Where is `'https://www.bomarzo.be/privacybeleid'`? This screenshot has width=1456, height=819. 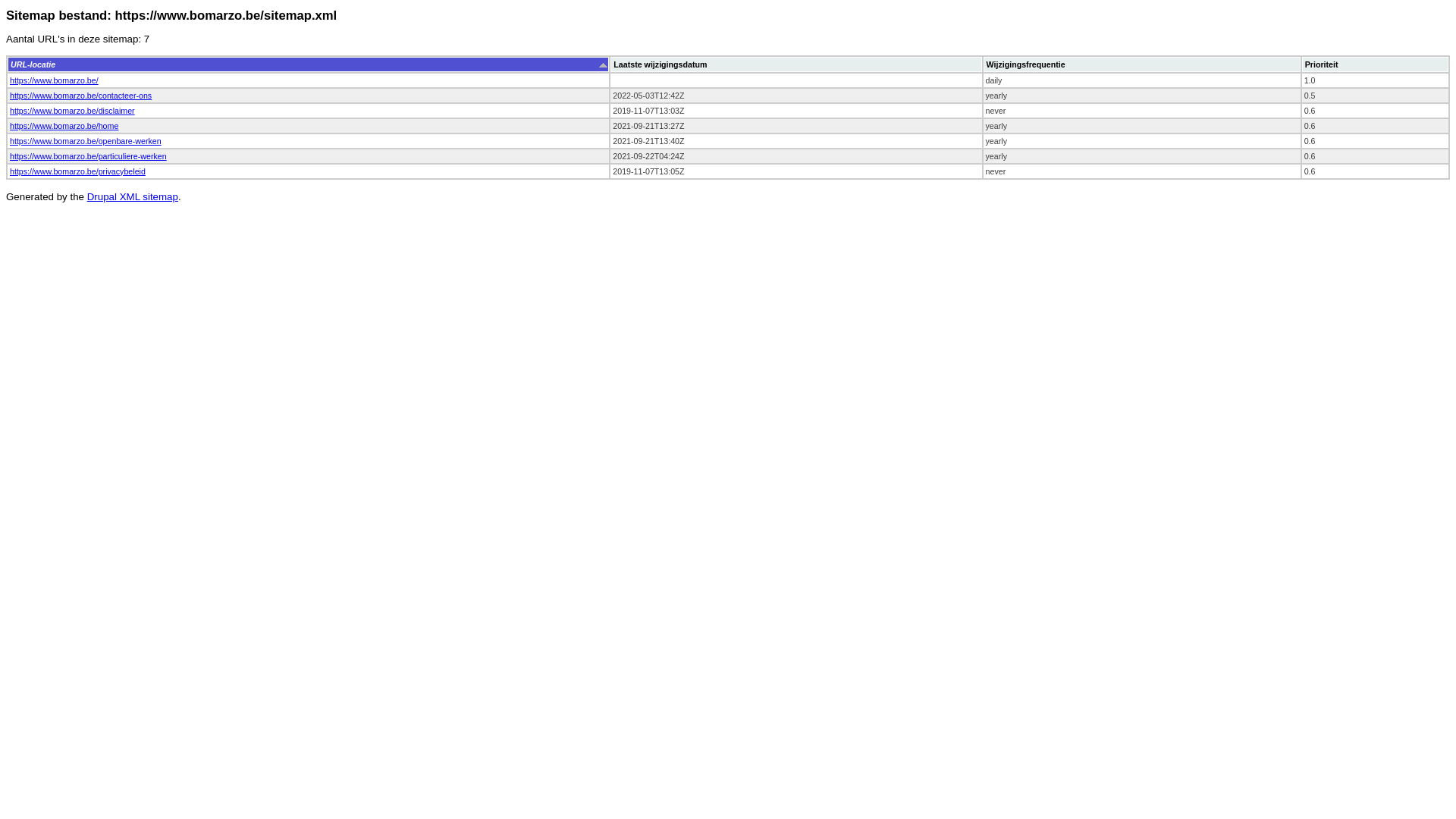
'https://www.bomarzo.be/privacybeleid' is located at coordinates (77, 171).